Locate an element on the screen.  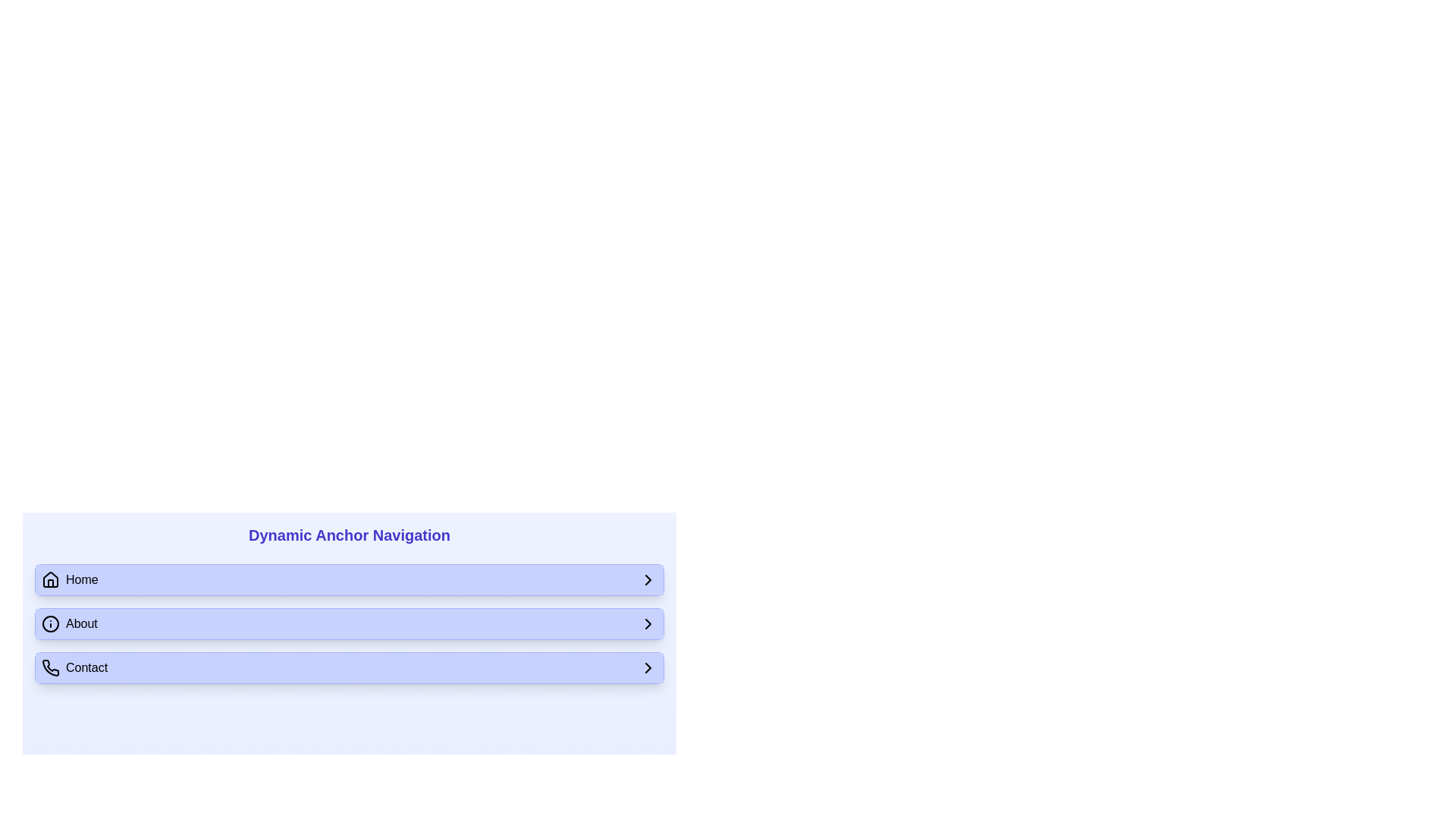
the Chevron icon on the far-right side of the 'Home' section is located at coordinates (648, 579).